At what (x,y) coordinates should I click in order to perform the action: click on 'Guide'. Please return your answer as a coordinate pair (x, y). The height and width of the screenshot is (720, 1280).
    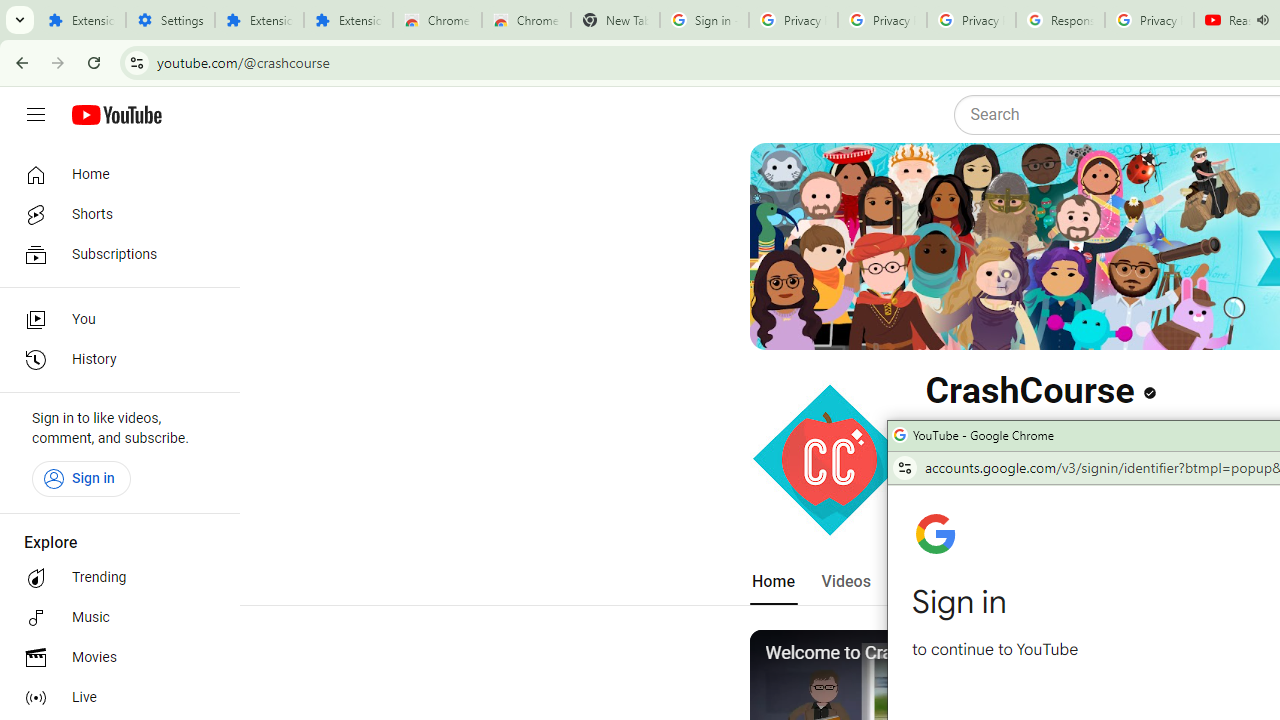
    Looking at the image, I should click on (35, 115).